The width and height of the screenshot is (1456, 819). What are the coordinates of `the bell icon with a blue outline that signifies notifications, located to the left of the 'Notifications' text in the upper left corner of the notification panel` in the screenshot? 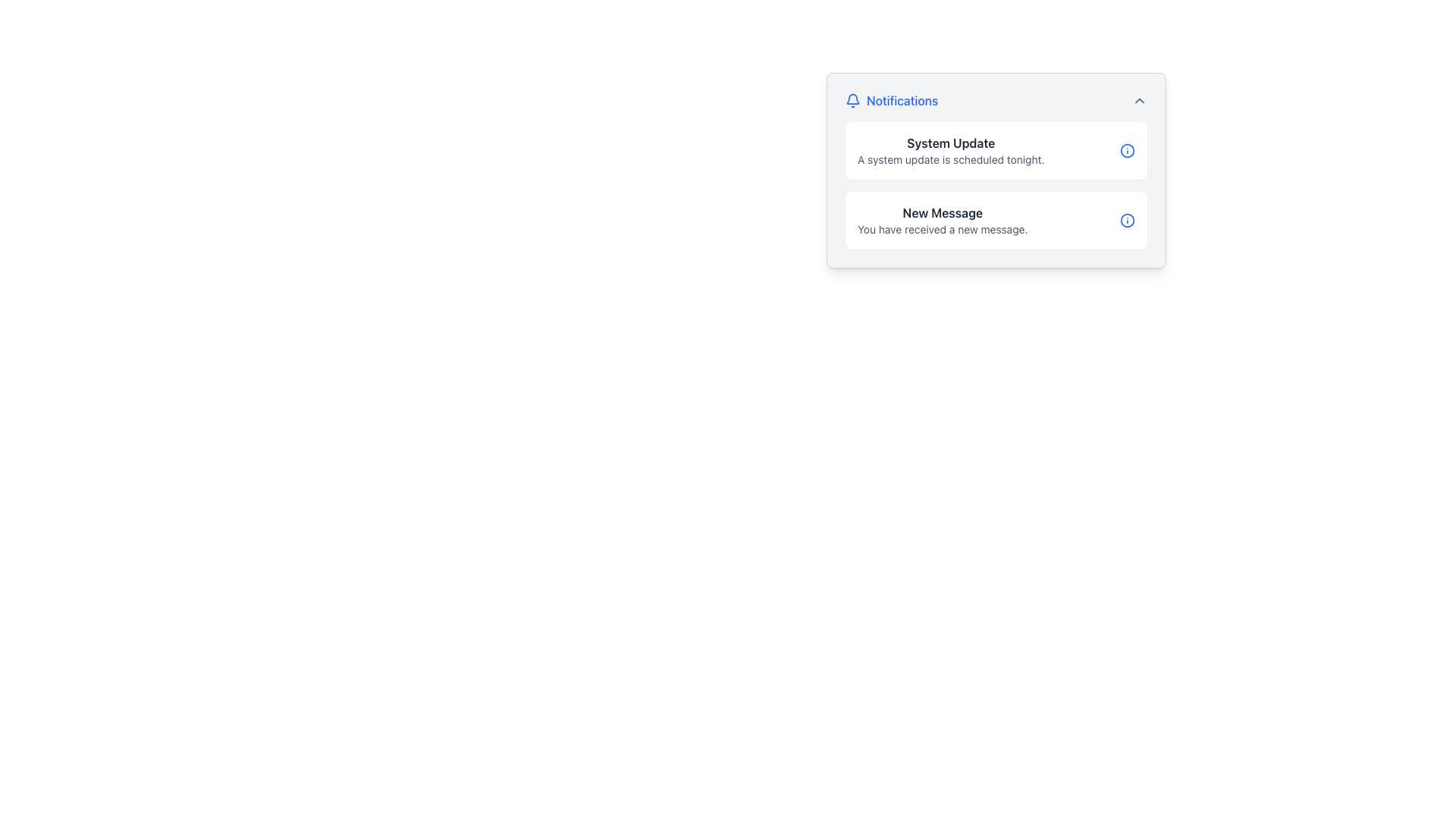 It's located at (852, 100).